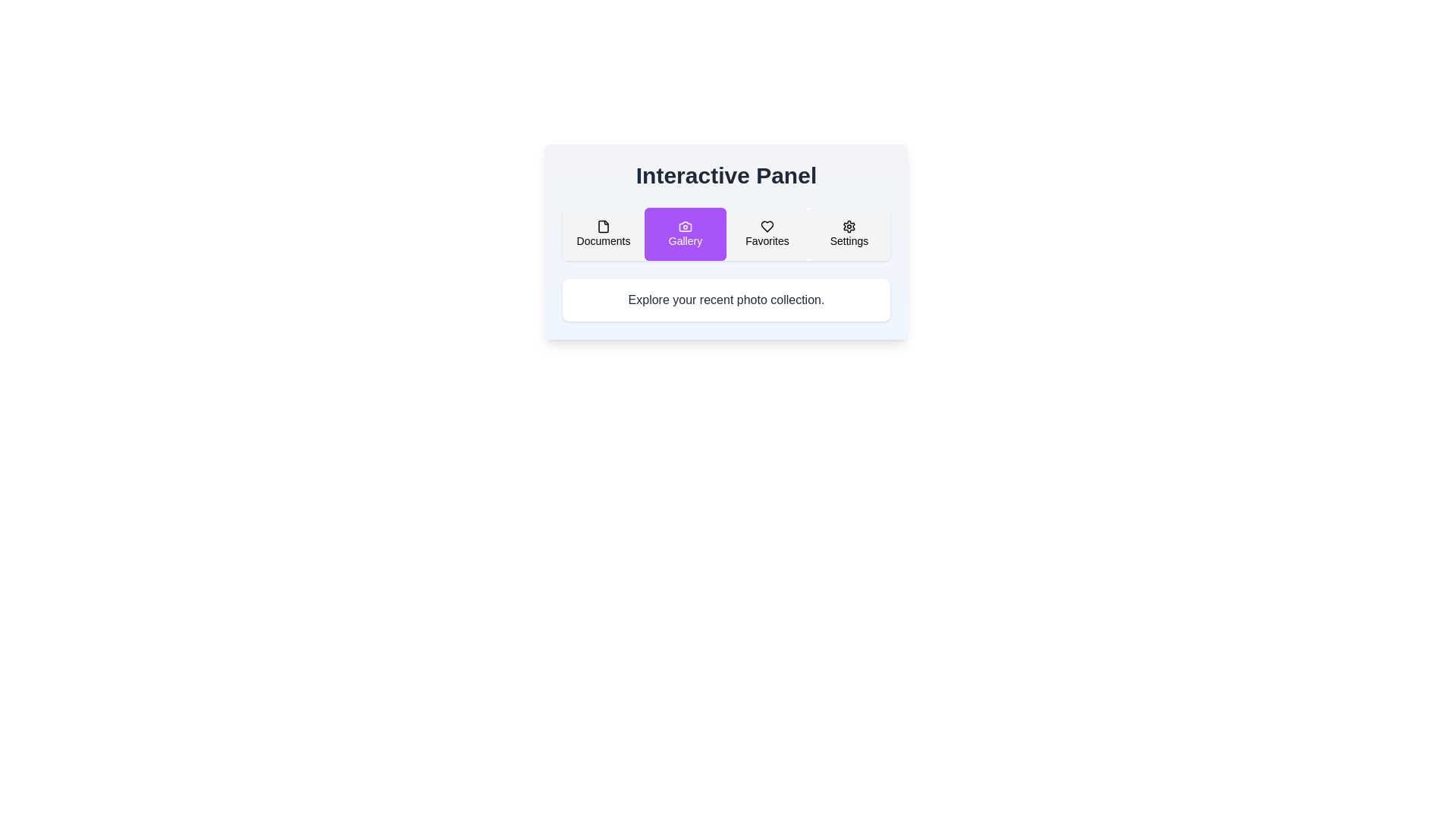 This screenshot has height=819, width=1456. I want to click on the 'Documents' button, which is a light gray rectangular button with rounded corners and a document icon at the top center, to observe a background color change, so click(603, 234).